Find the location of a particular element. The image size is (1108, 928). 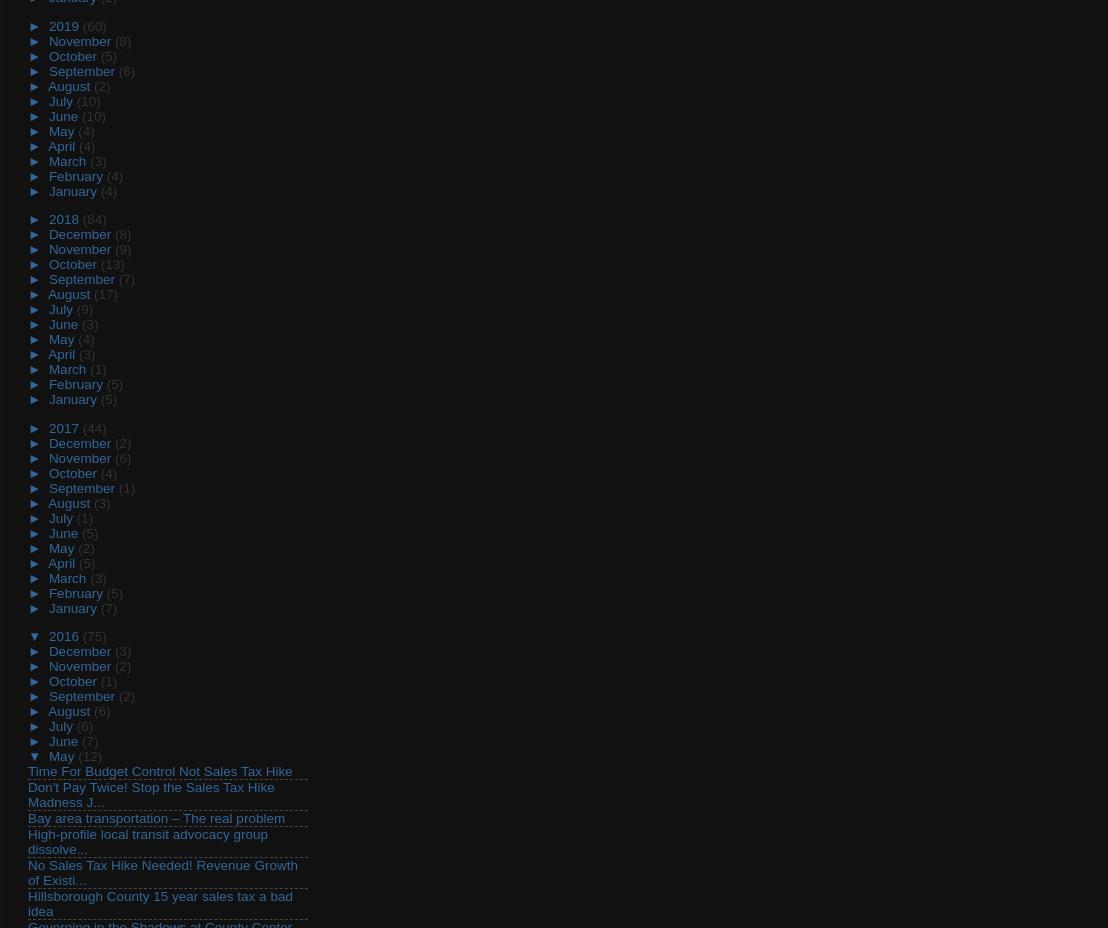

'(84)' is located at coordinates (93, 219).